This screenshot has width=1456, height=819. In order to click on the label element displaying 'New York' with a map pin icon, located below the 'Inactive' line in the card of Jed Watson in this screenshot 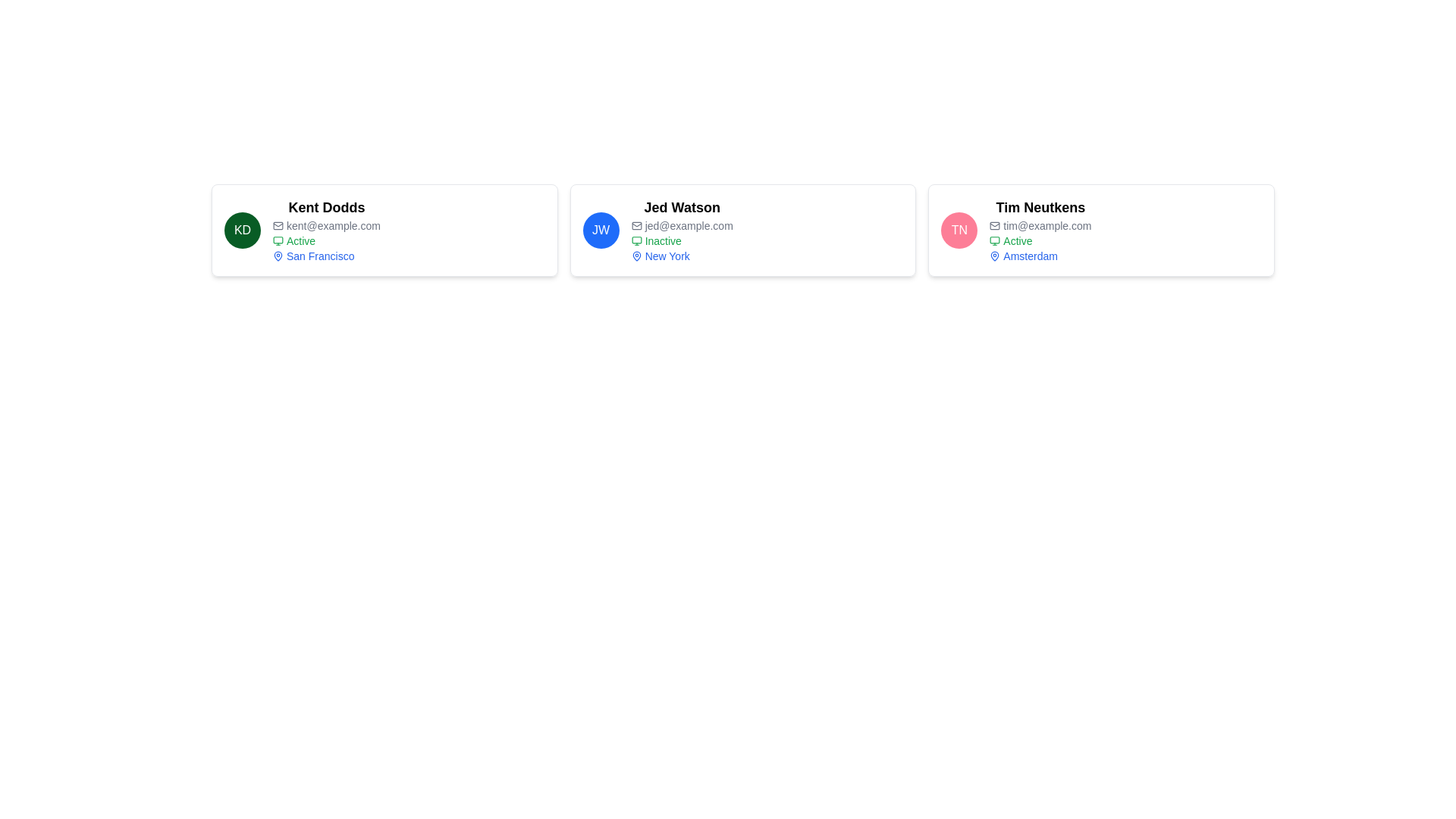, I will do `click(681, 256)`.